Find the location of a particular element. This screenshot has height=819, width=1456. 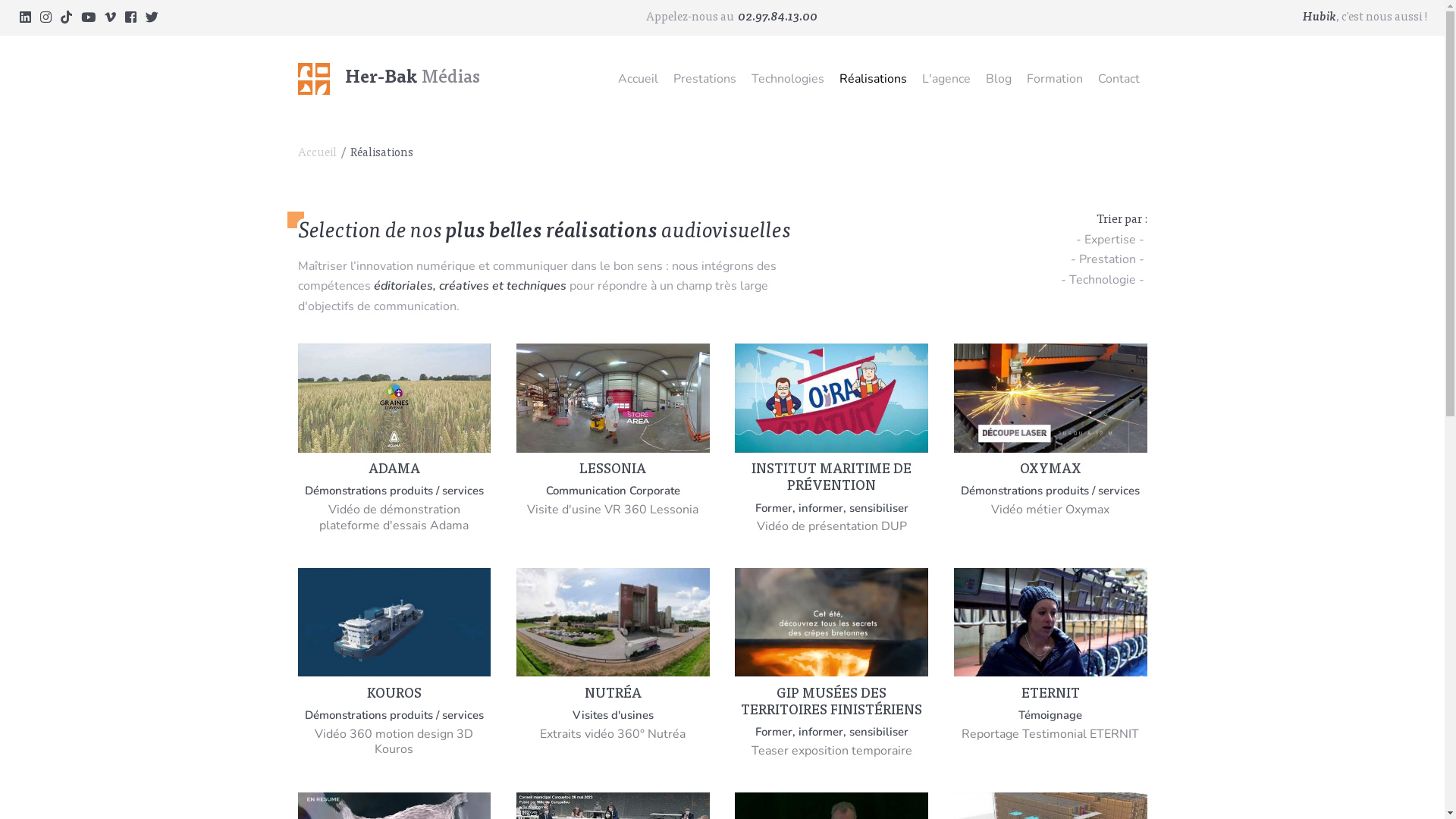

'Prestations' is located at coordinates (704, 79).